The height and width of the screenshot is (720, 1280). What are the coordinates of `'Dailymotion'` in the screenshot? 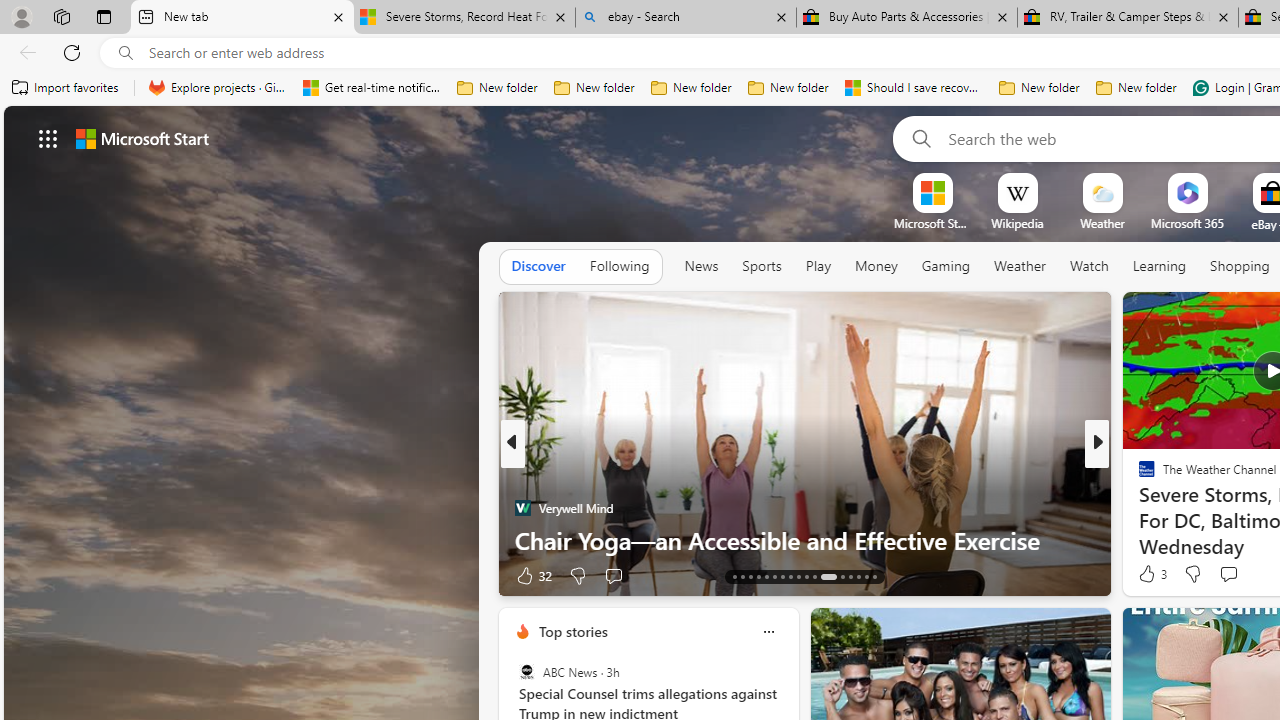 It's located at (1138, 506).